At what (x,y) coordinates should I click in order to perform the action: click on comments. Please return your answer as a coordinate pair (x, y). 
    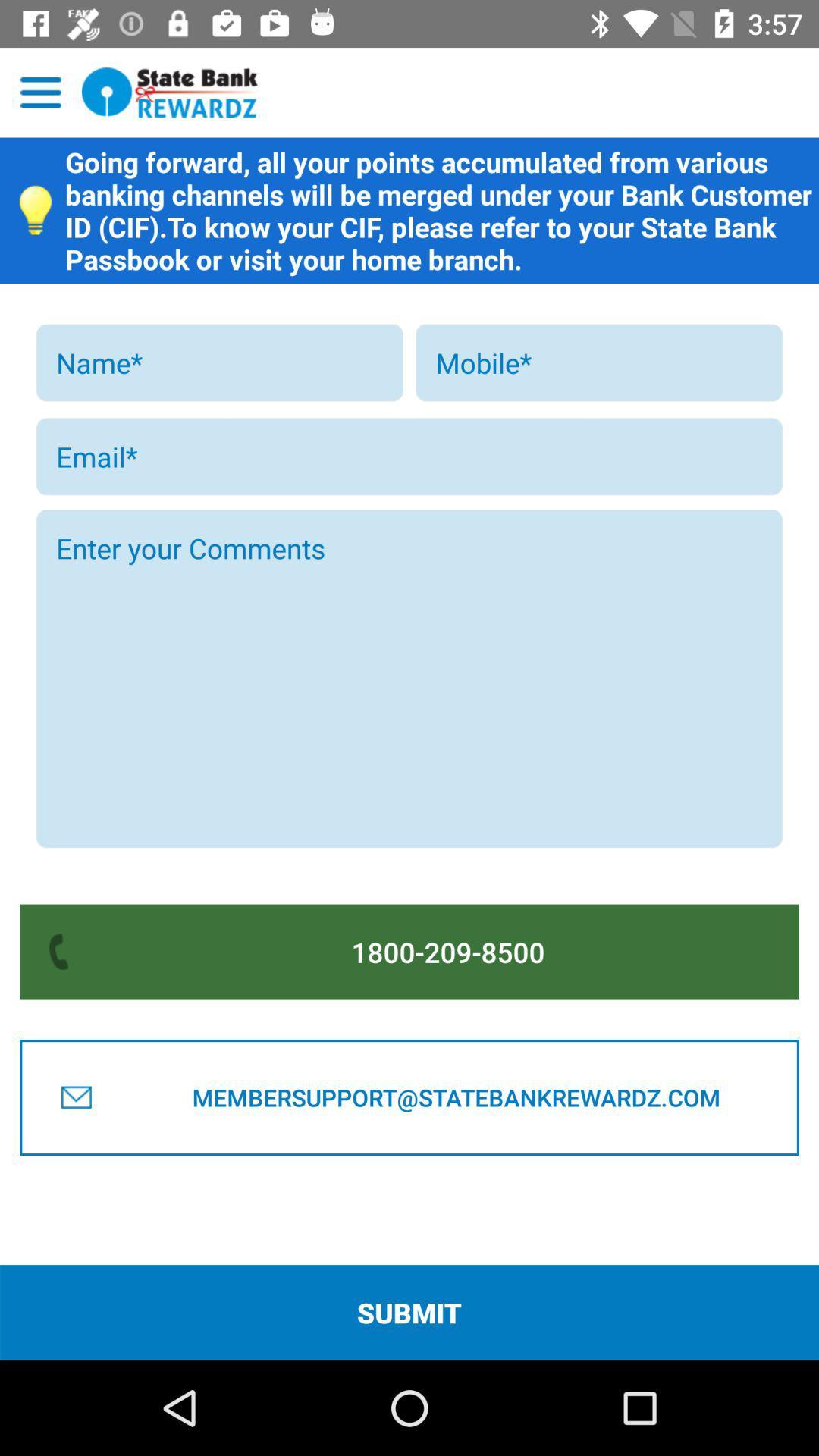
    Looking at the image, I should click on (409, 678).